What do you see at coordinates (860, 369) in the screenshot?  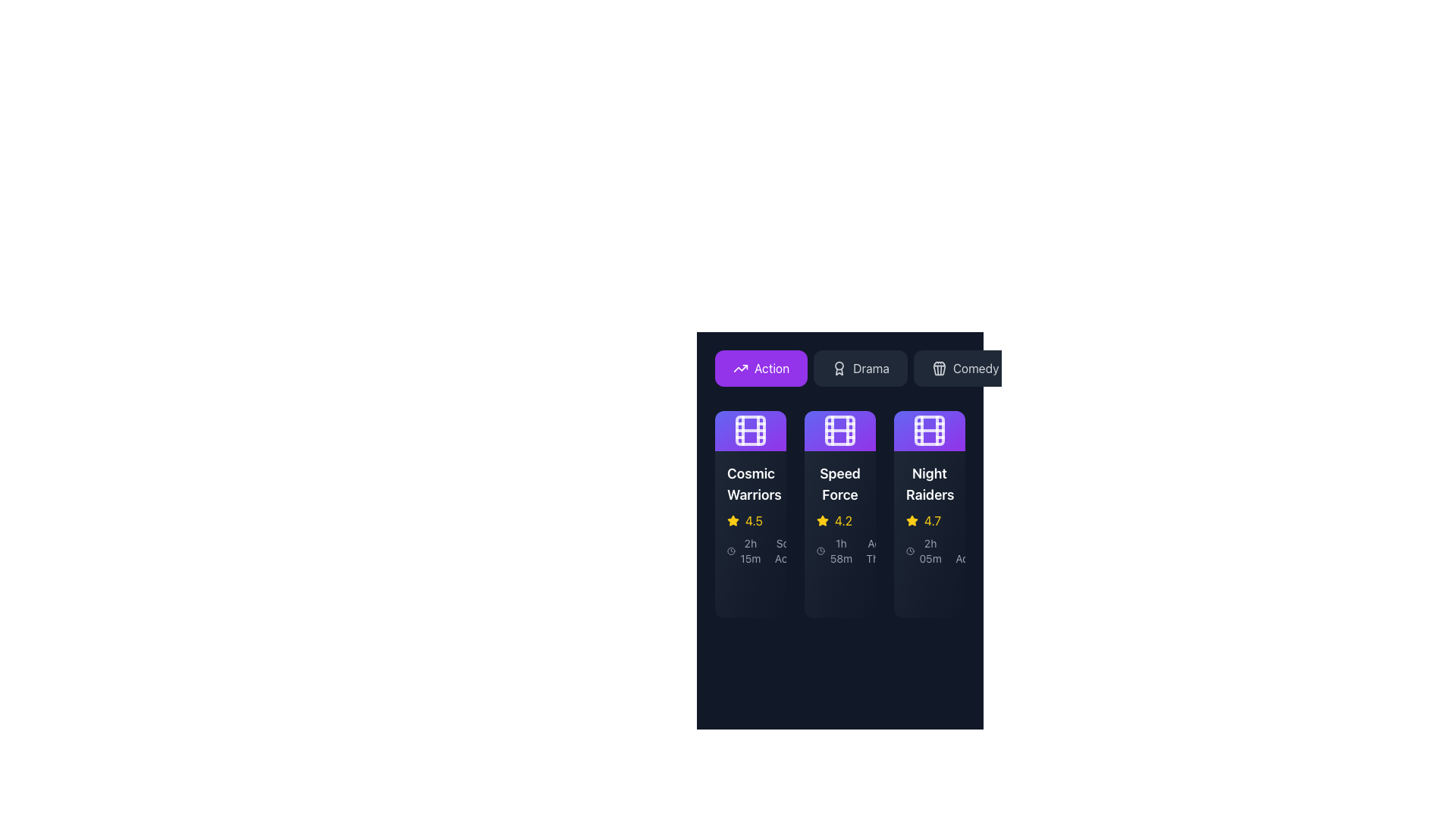 I see `the 'Drama' button, which is a rectangular button with a dark gray background and an award ribbon icon to the left of the text, positioned centrally above movie cards` at bounding box center [860, 369].